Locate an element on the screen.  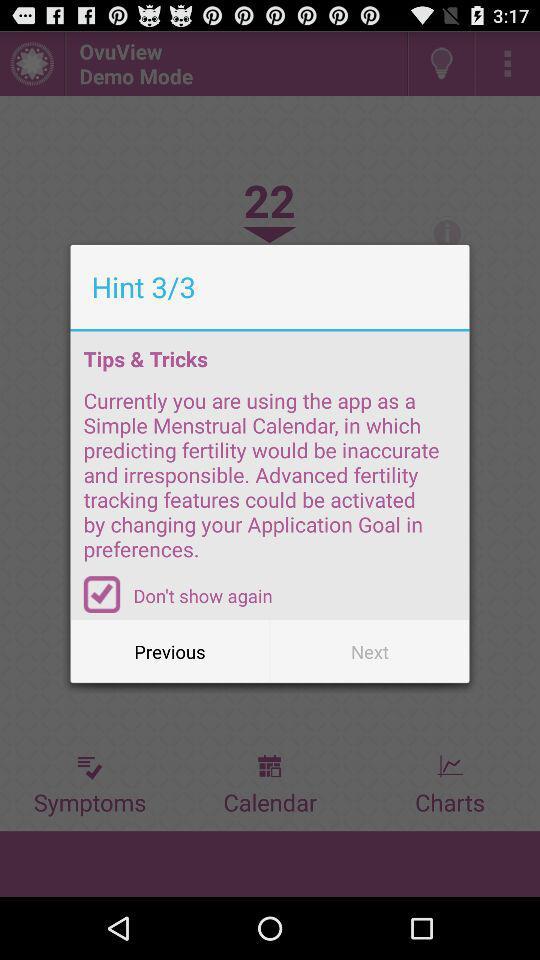
icon below the currently you are item is located at coordinates (102, 594).